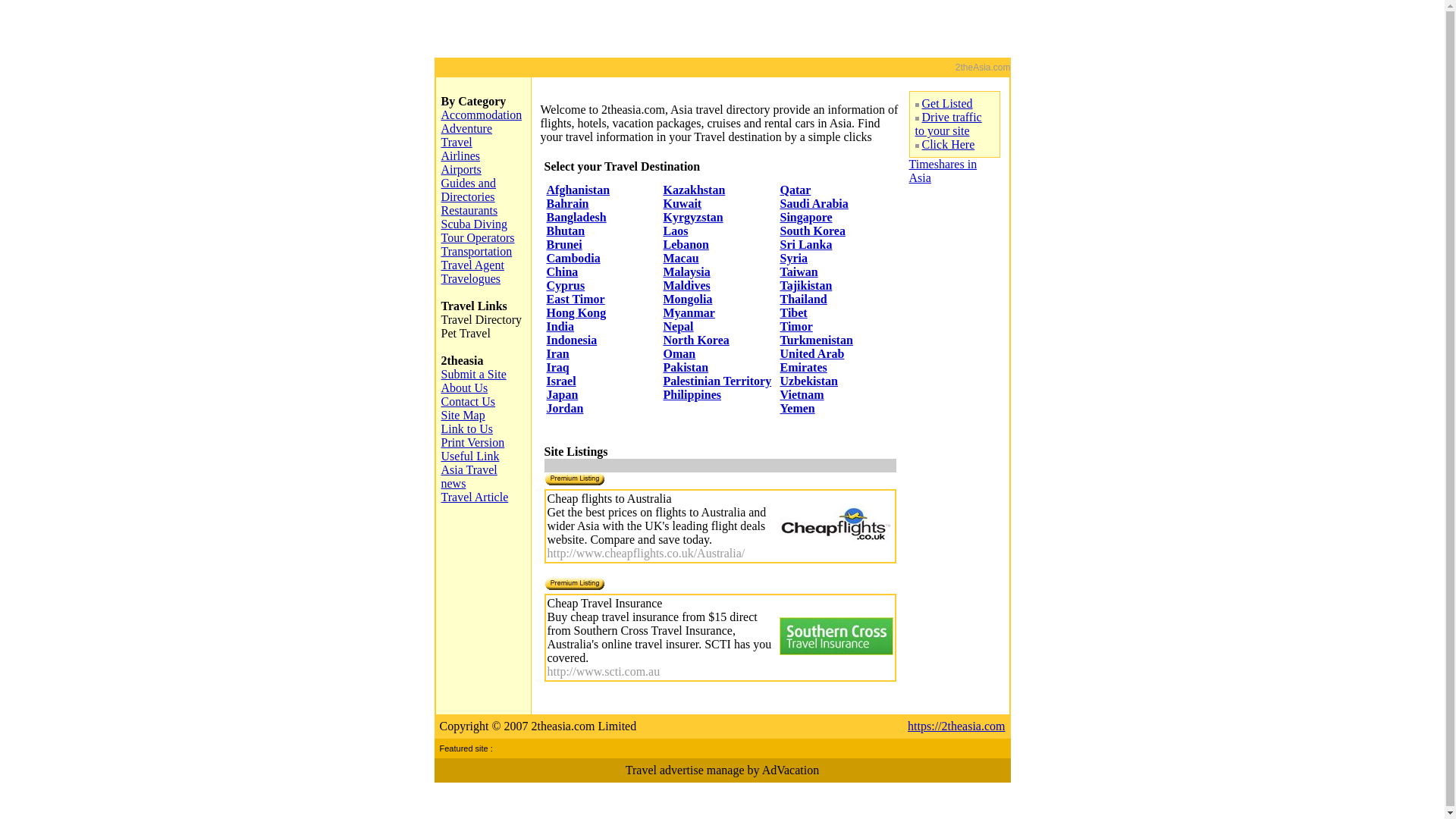 This screenshot has height=819, width=1456. Describe the element at coordinates (469, 210) in the screenshot. I see `'Restaurants'` at that location.